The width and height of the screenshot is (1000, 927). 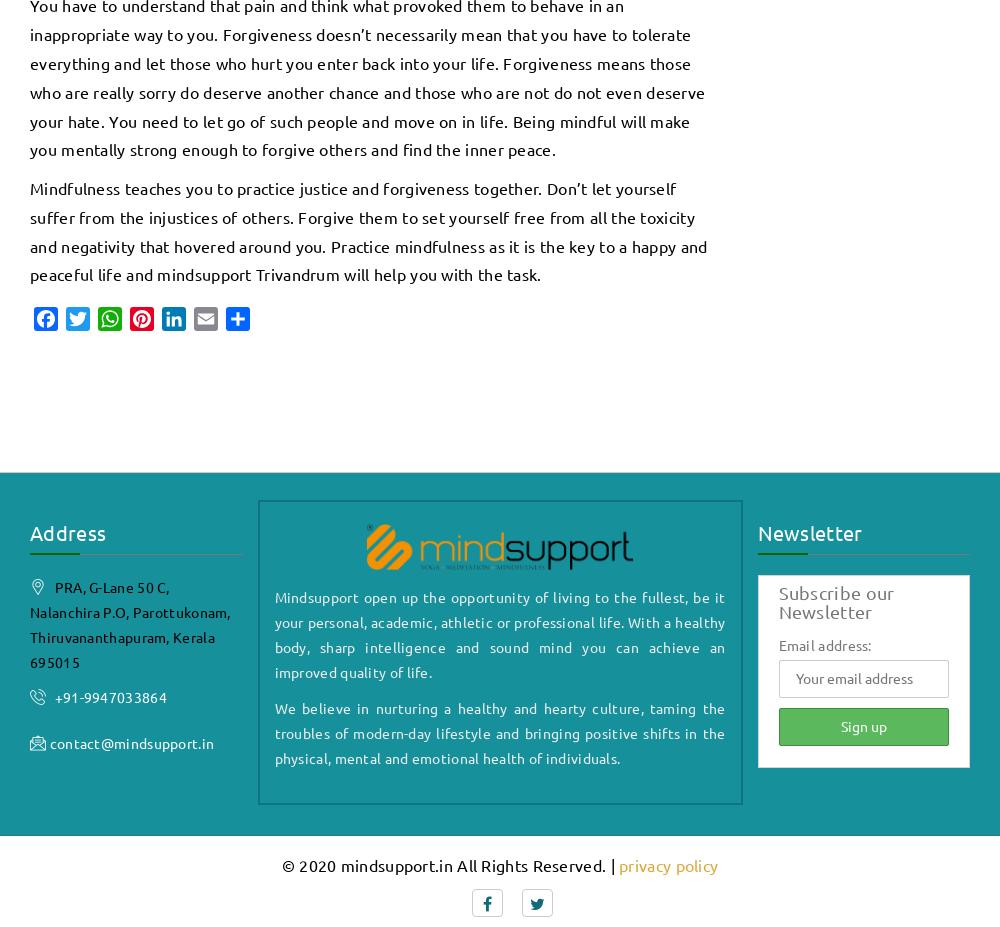 I want to click on 'PRA, G-Lane 50 C,', so click(x=109, y=585).